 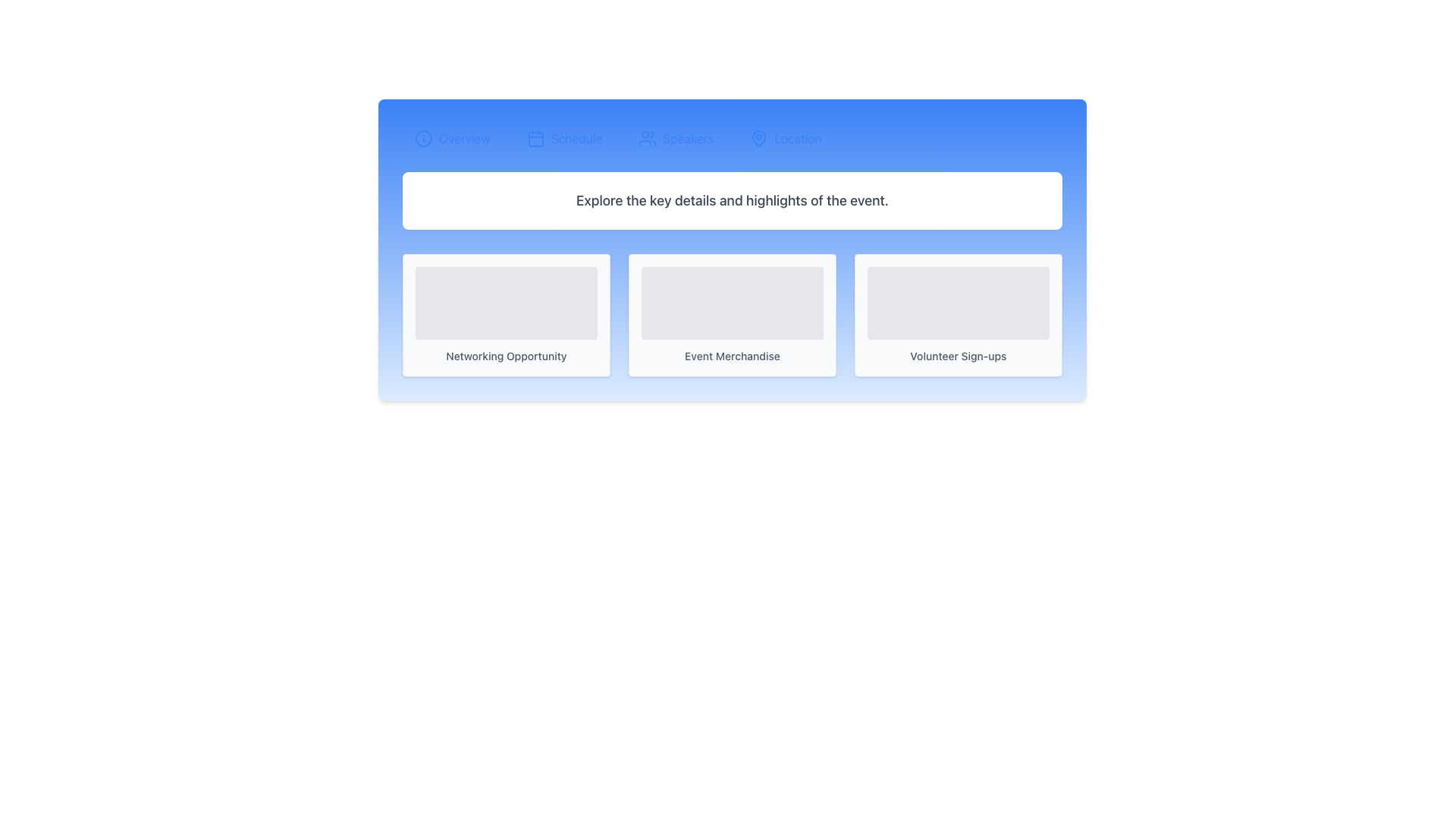 What do you see at coordinates (797, 138) in the screenshot?
I see `the 'Location' navigation tab in the top menu bar` at bounding box center [797, 138].